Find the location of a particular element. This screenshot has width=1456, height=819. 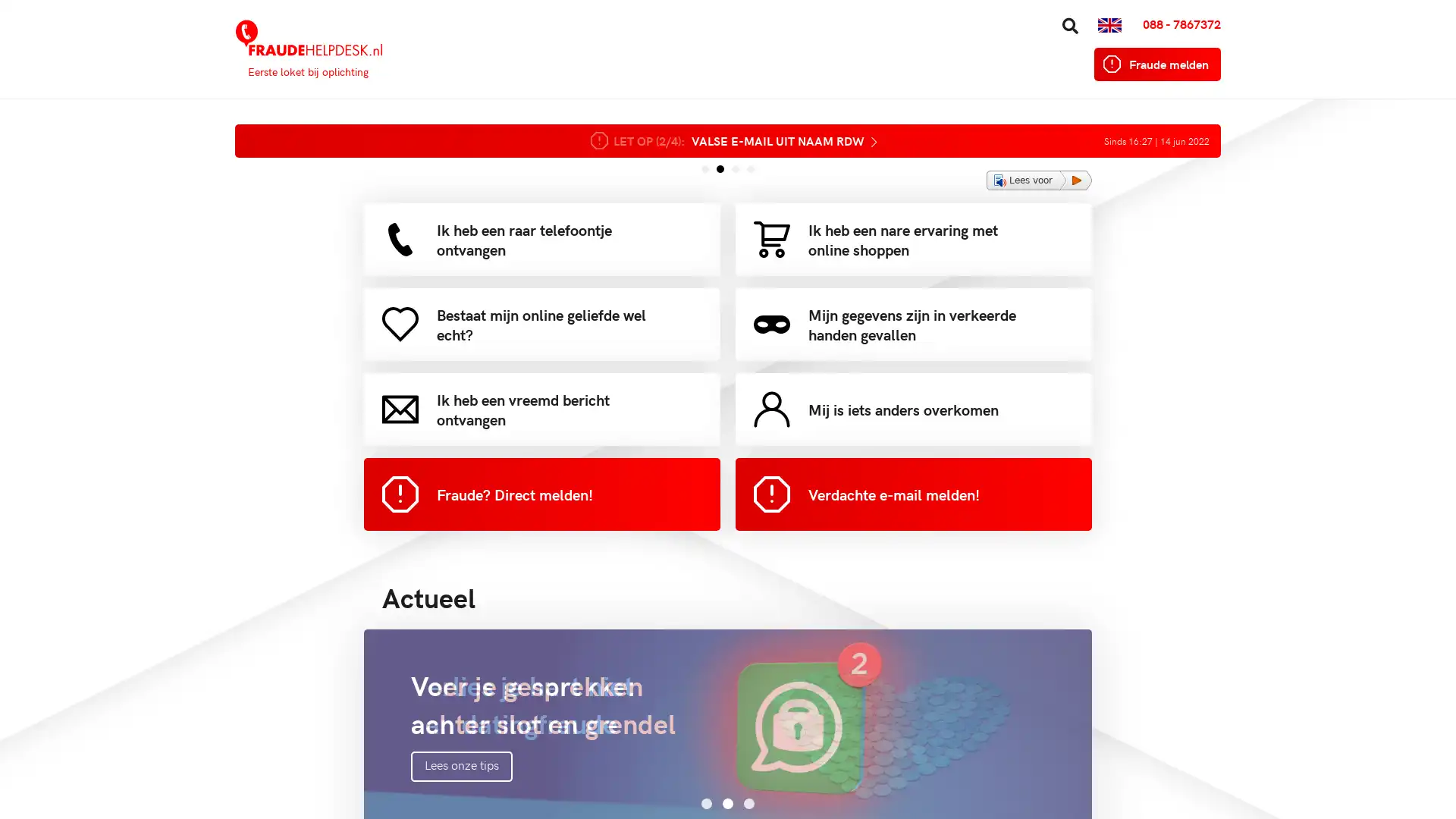

Zoeken is located at coordinates (1015, 17).